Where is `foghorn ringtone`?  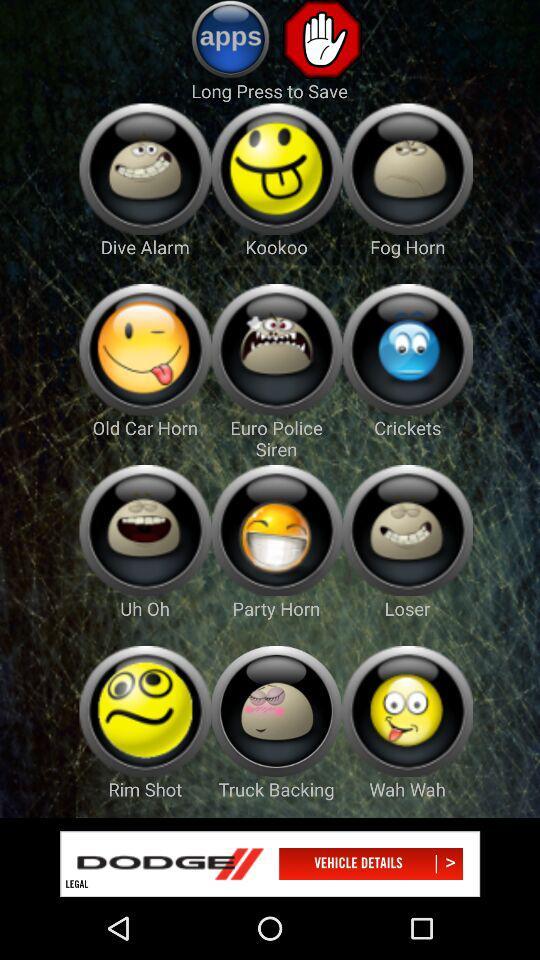 foghorn ringtone is located at coordinates (406, 168).